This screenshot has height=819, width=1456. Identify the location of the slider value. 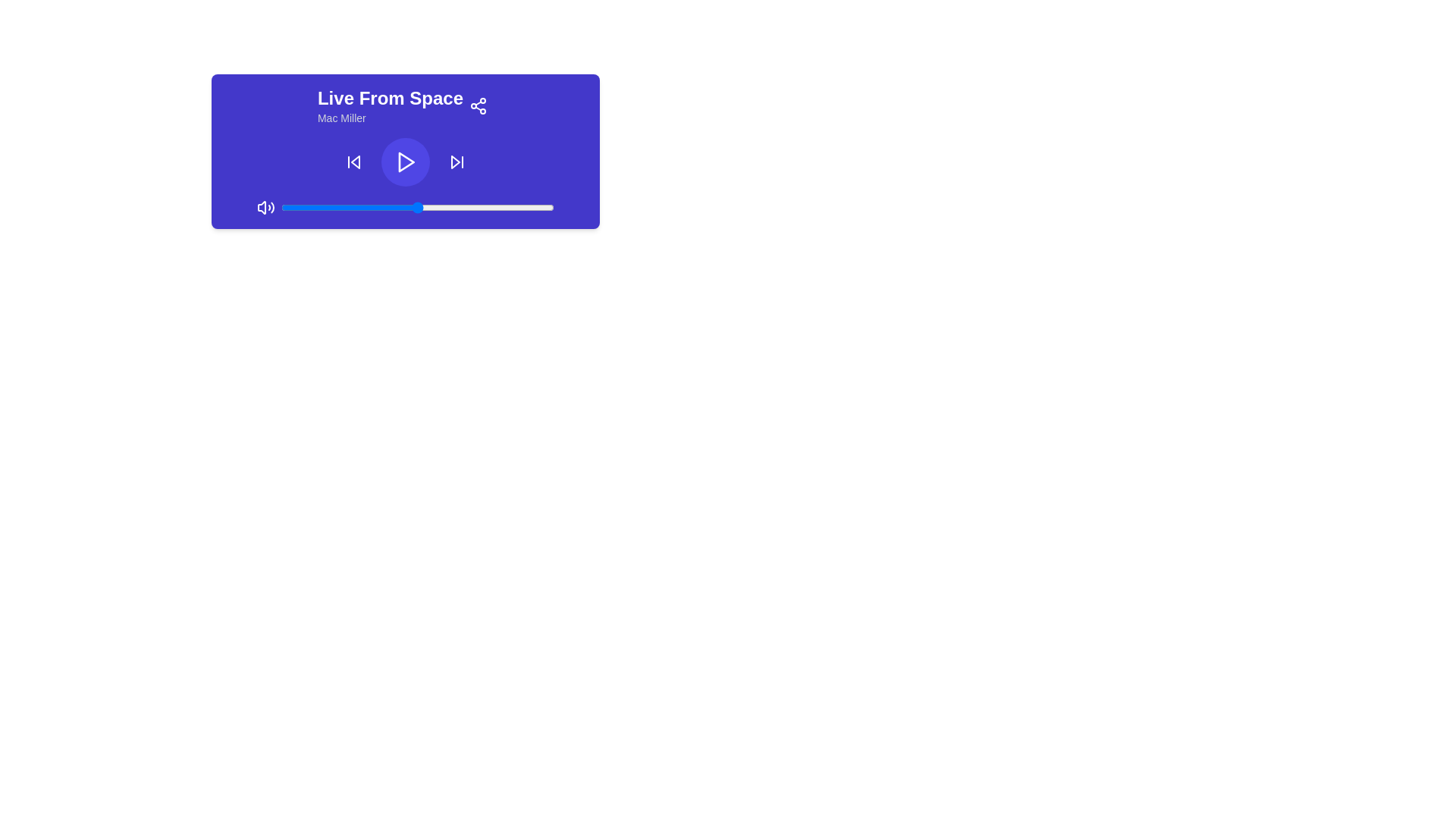
(494, 207).